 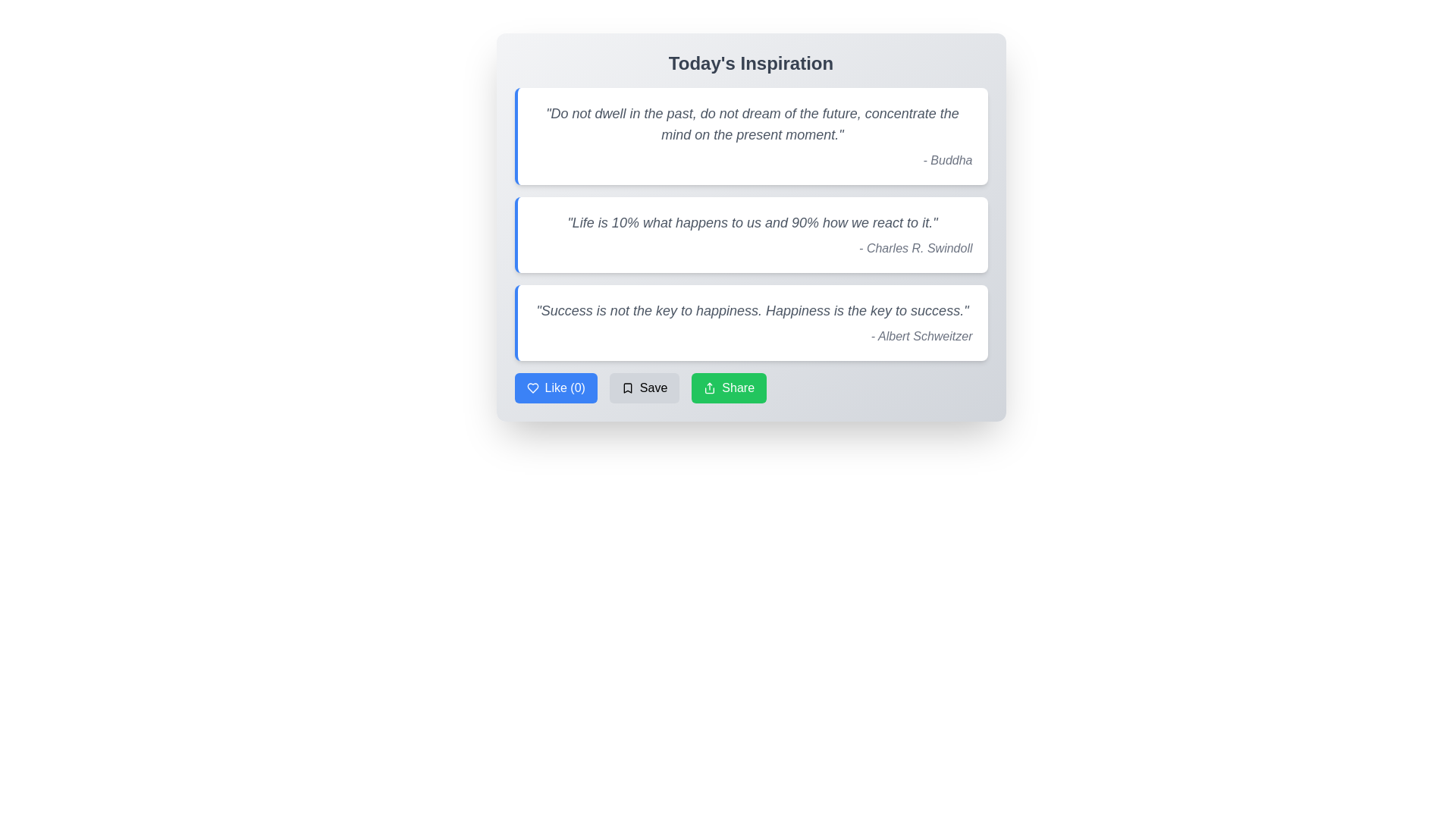 I want to click on the blue rectangular button labeled 'Like (0)' which features a white heart icon on its left, so click(x=555, y=388).